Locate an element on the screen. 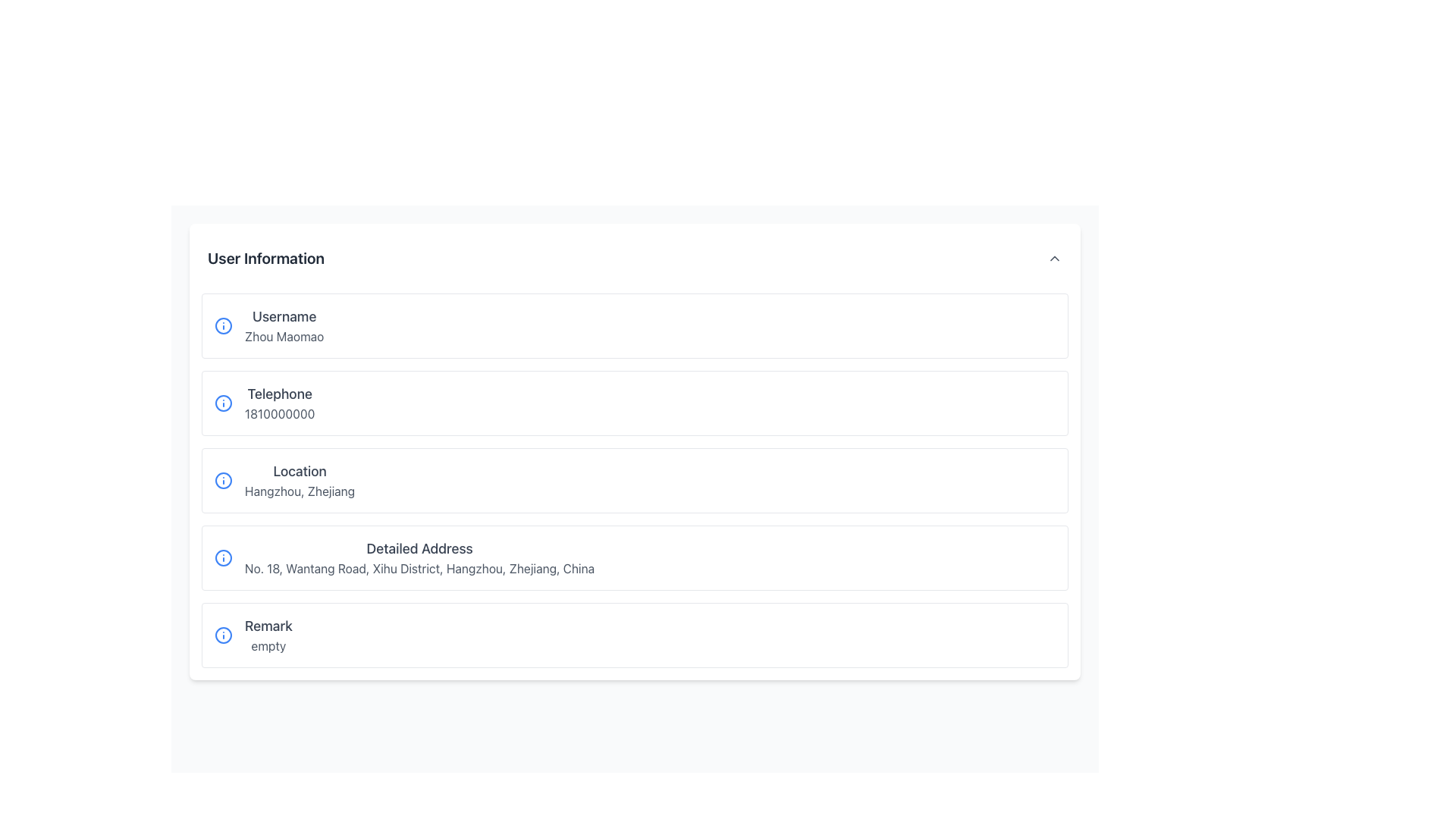  the address information display element in the 'User Information' form, which is the fourth data row labeled with an info icon on its left side is located at coordinates (419, 558).